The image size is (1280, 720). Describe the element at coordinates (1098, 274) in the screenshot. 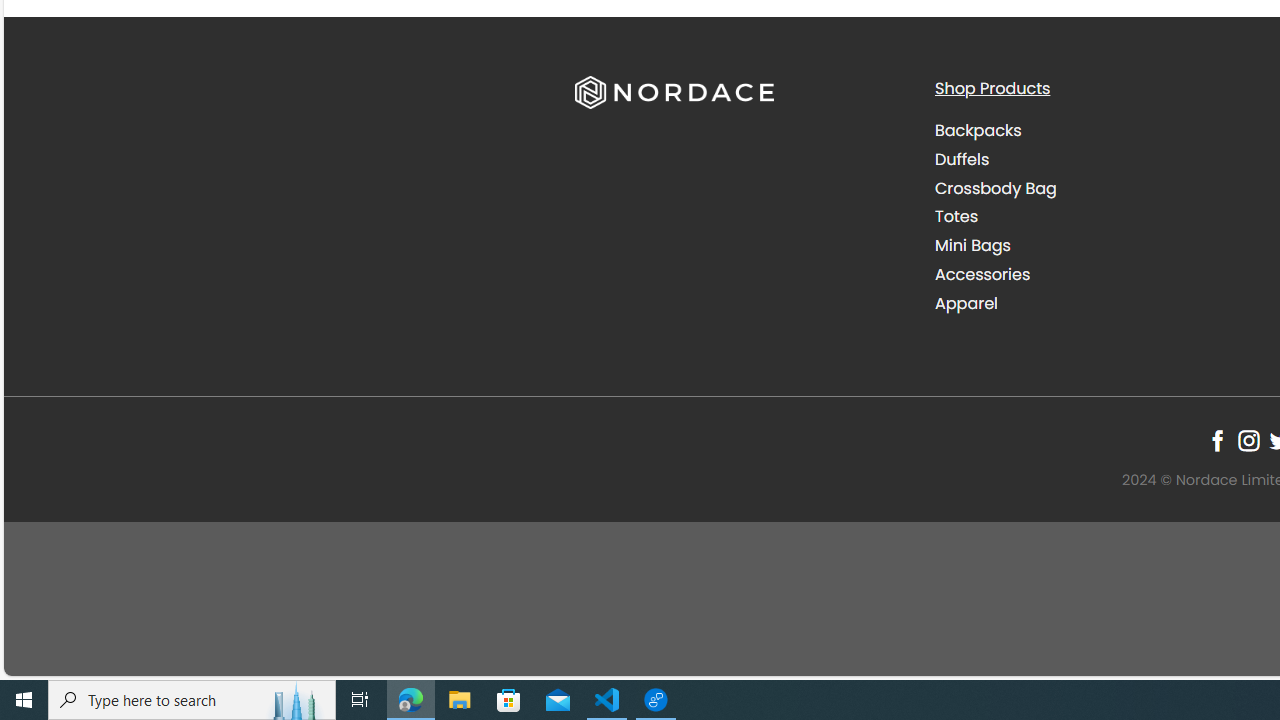

I see `'Accessories'` at that location.